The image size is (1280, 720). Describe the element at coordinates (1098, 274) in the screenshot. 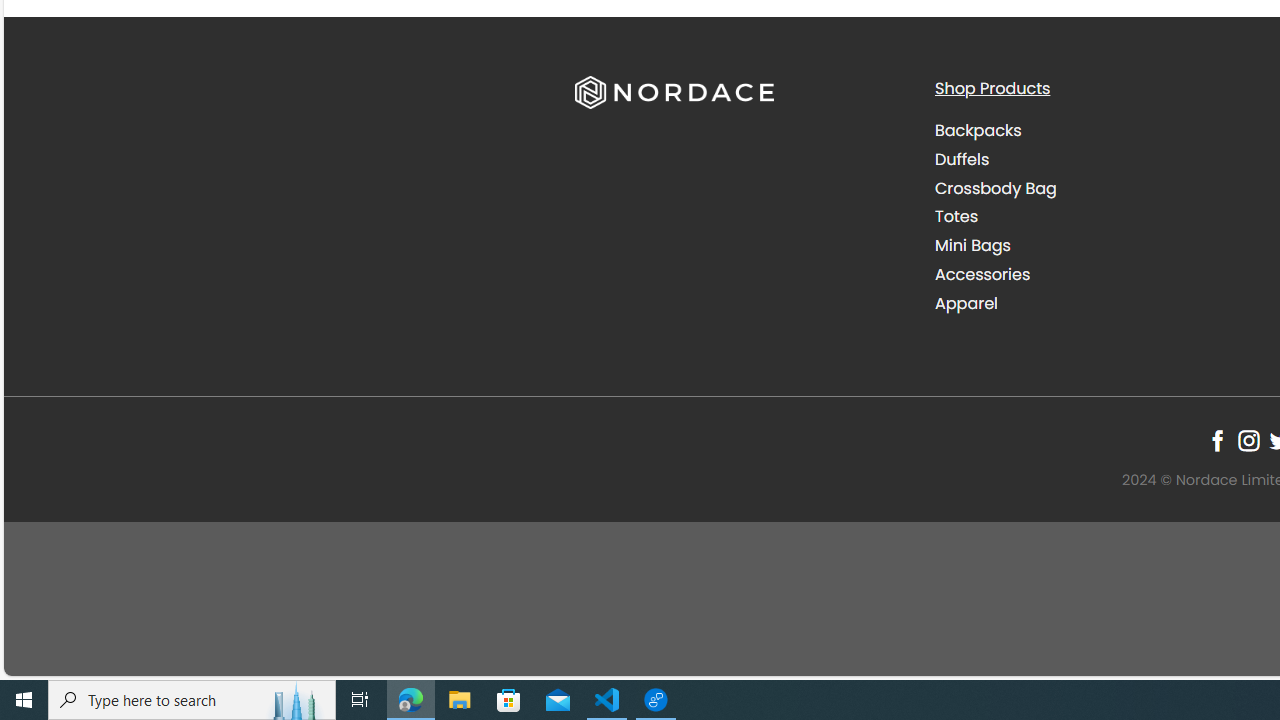

I see `'Accessories'` at that location.